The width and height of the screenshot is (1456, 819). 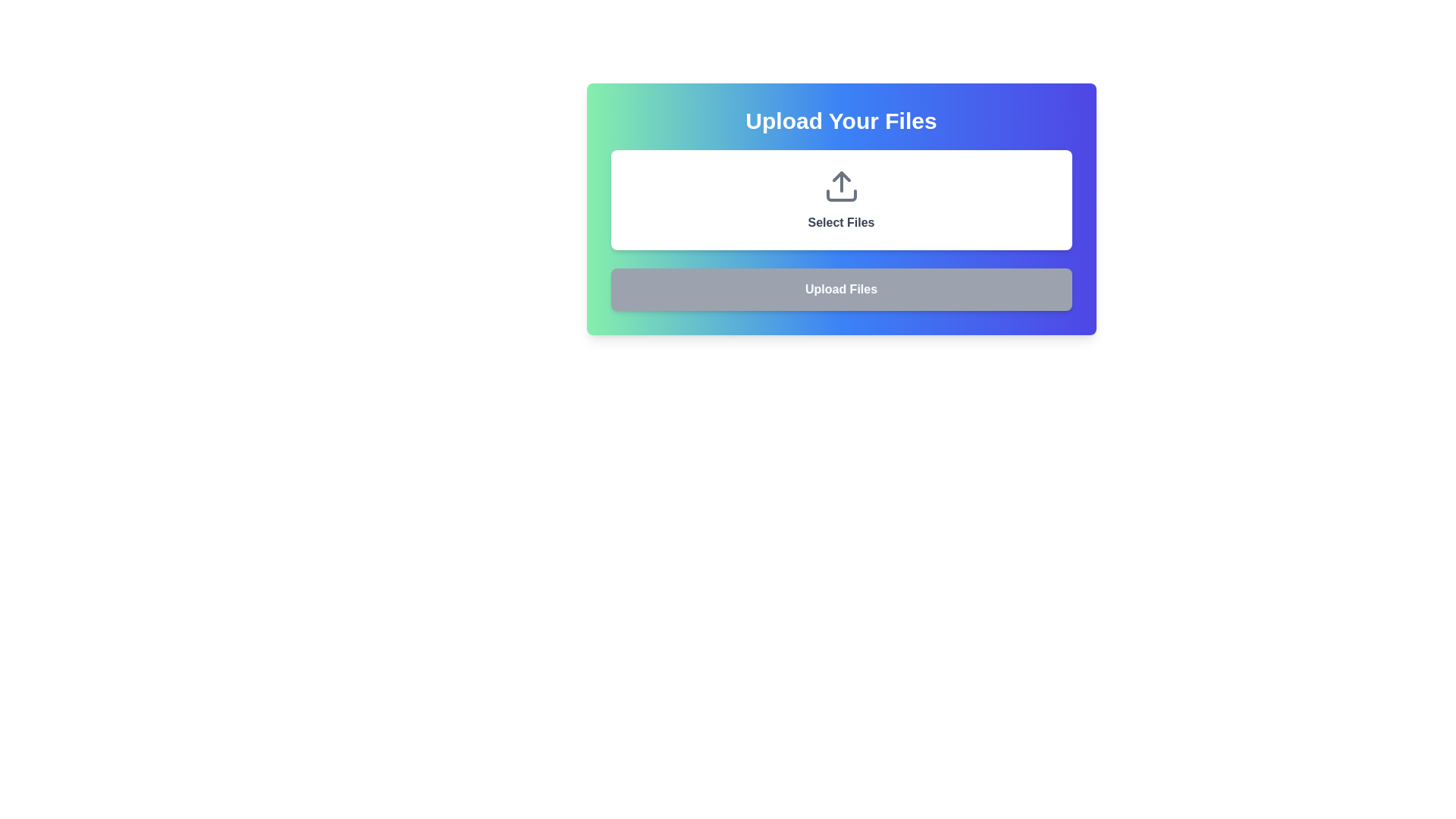 What do you see at coordinates (840, 222) in the screenshot?
I see `the text label indicating the action for selecting files, which is located beneath the upload icon and above the 'Upload Files' button` at bounding box center [840, 222].